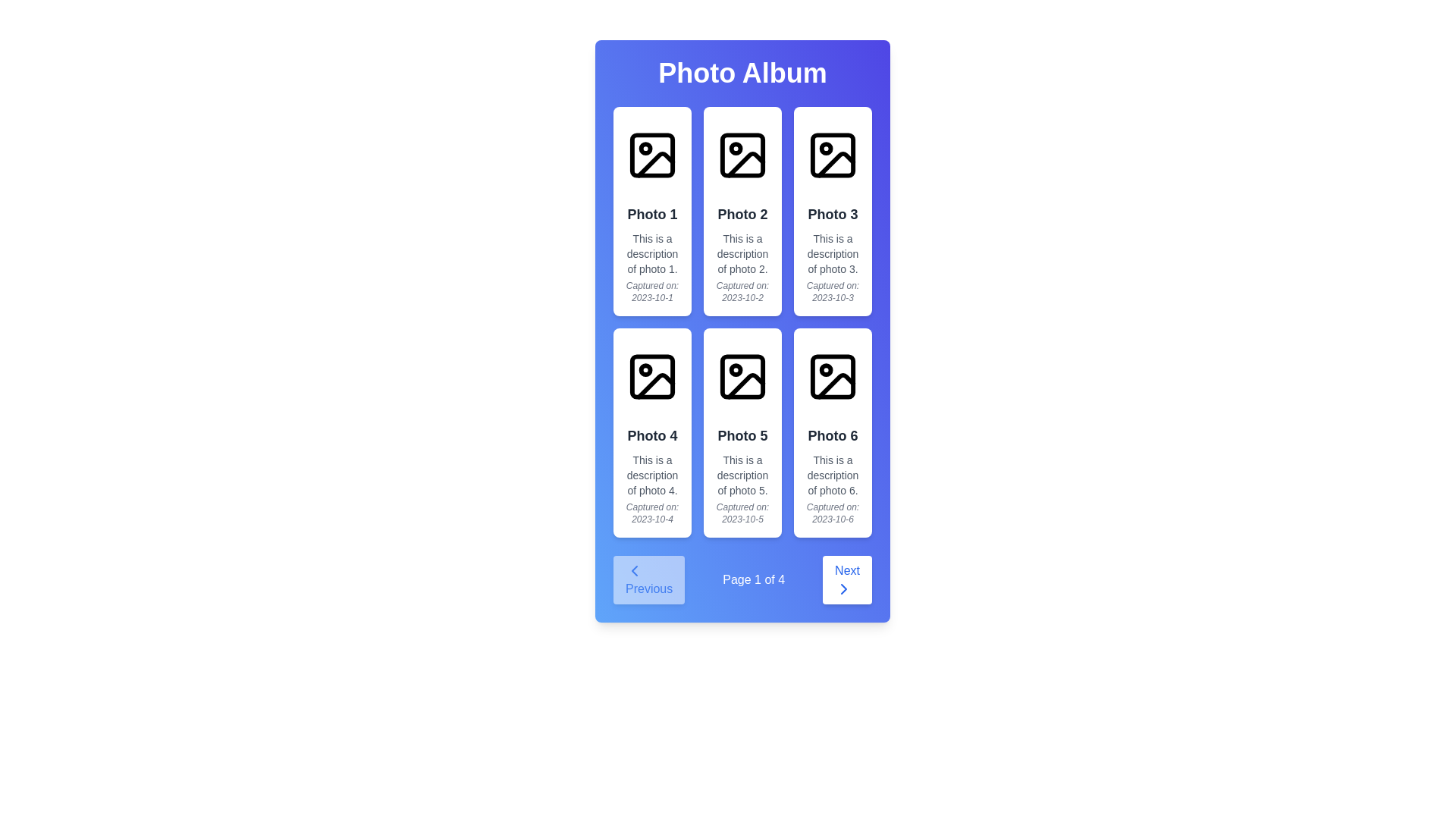  What do you see at coordinates (652, 513) in the screenshot?
I see `the text label displaying 'Captured on: 2023-10-4', which is positioned at the bottom-left corner of the card titled 'Photo 4'` at bounding box center [652, 513].